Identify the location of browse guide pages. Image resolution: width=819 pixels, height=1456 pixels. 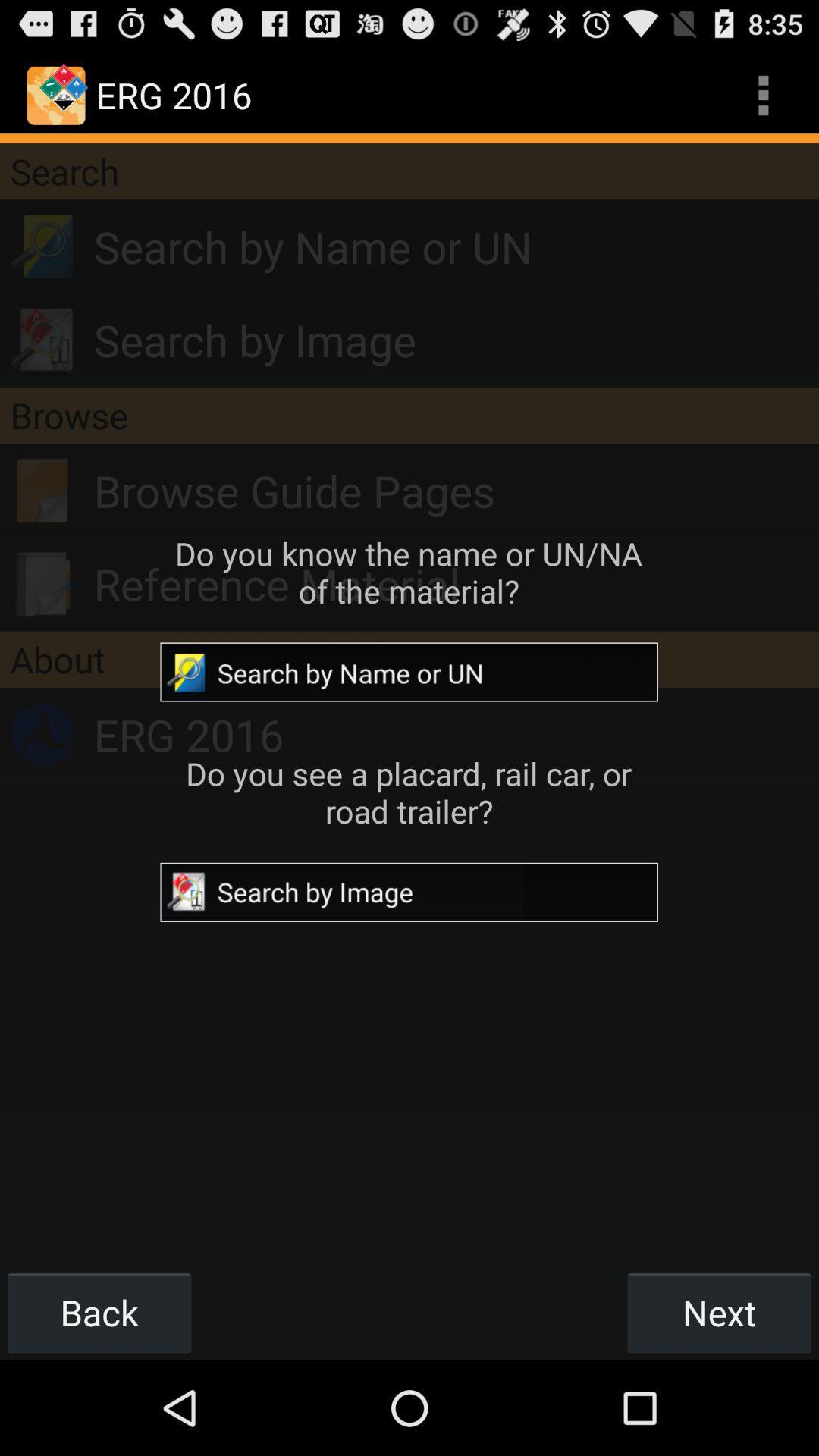
(455, 491).